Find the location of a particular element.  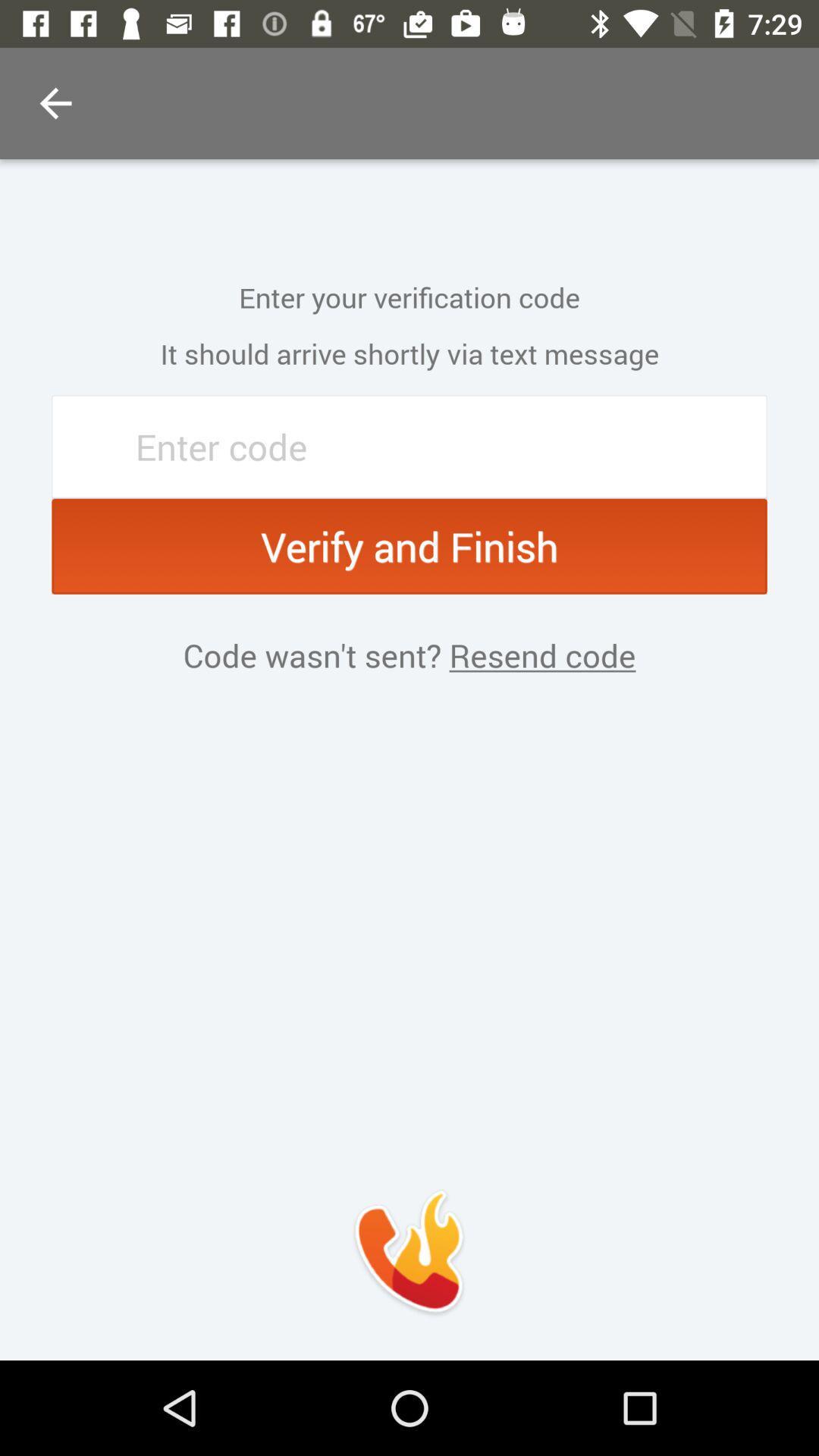

item next to code wasn t is located at coordinates (538, 655).